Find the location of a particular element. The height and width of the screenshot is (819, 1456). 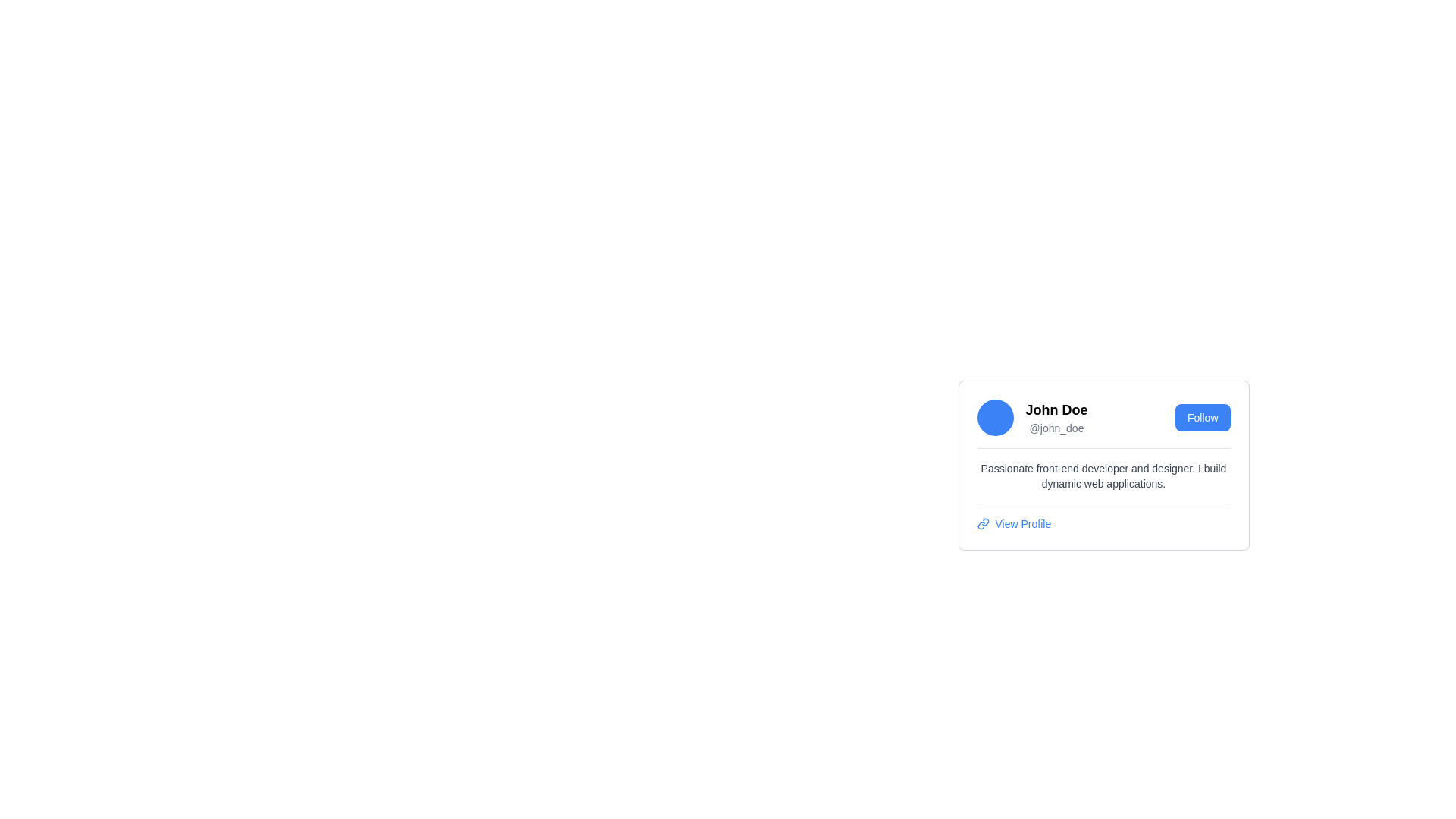

the follow button to send a follow request for the user 'John Doe', positioned near the username '@john_doe' is located at coordinates (1202, 418).